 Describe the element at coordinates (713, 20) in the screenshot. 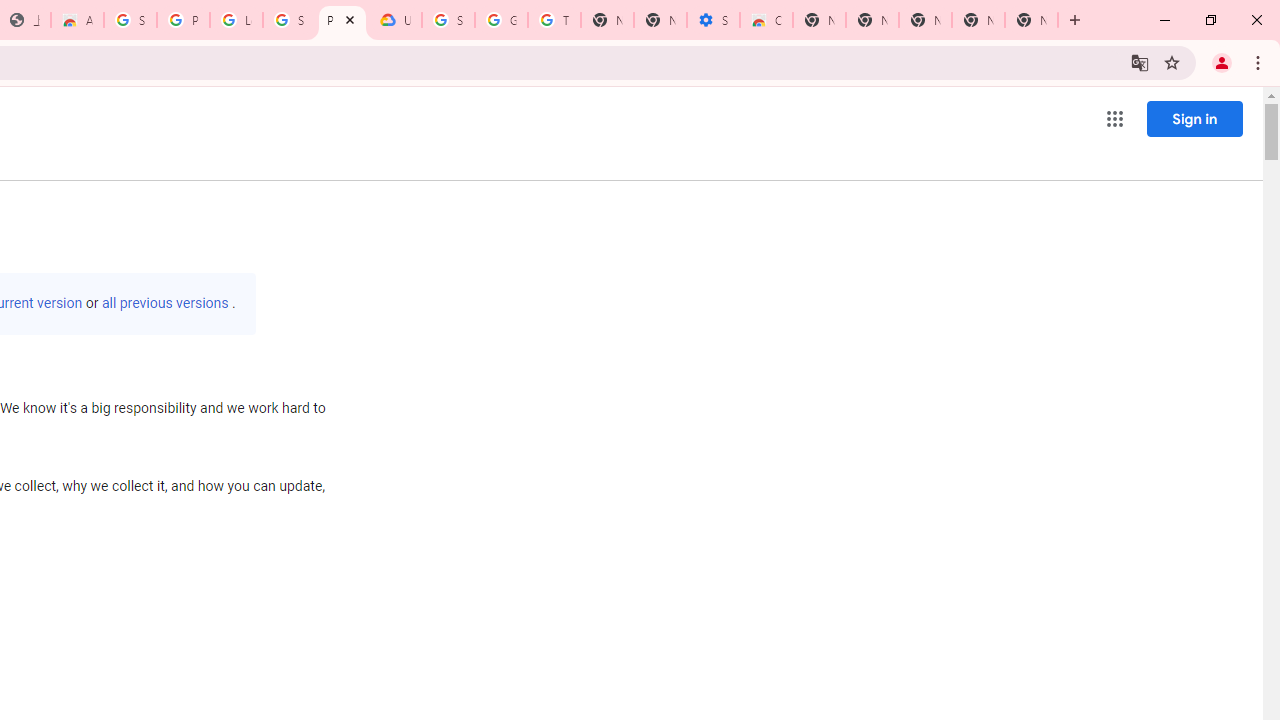

I see `'Settings - Accessibility'` at that location.